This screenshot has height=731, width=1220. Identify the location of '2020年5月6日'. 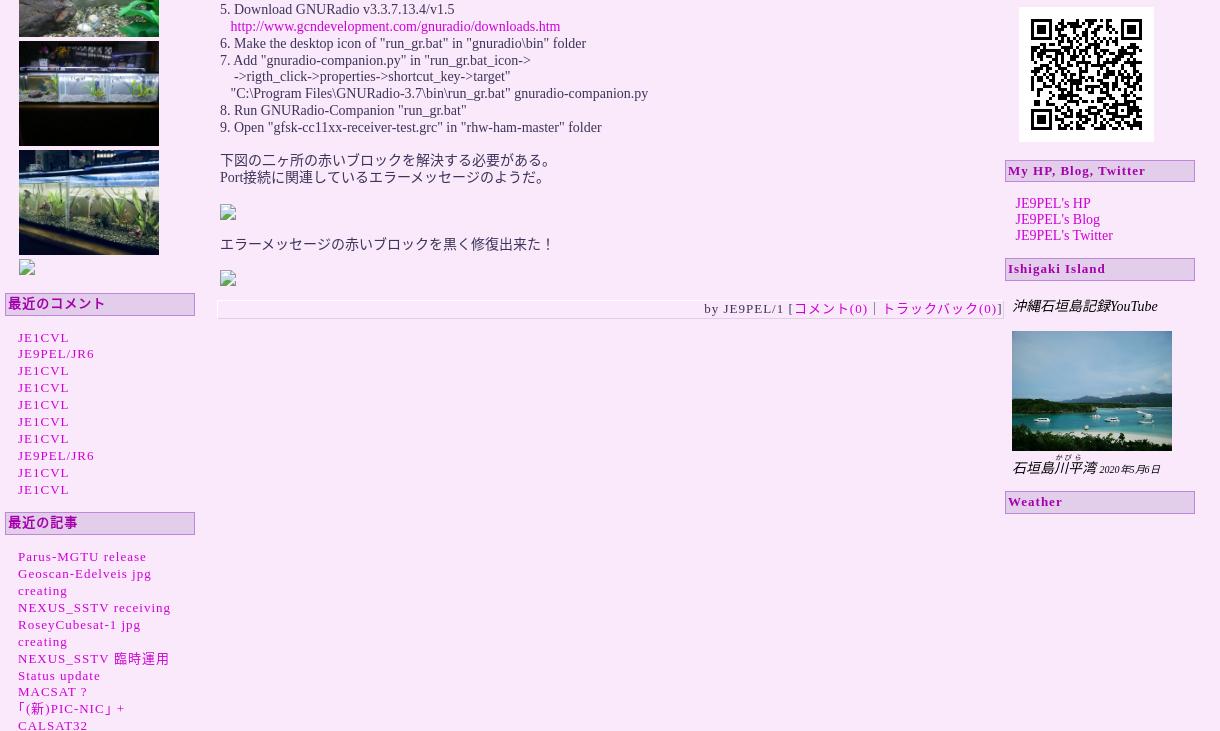
(1128, 469).